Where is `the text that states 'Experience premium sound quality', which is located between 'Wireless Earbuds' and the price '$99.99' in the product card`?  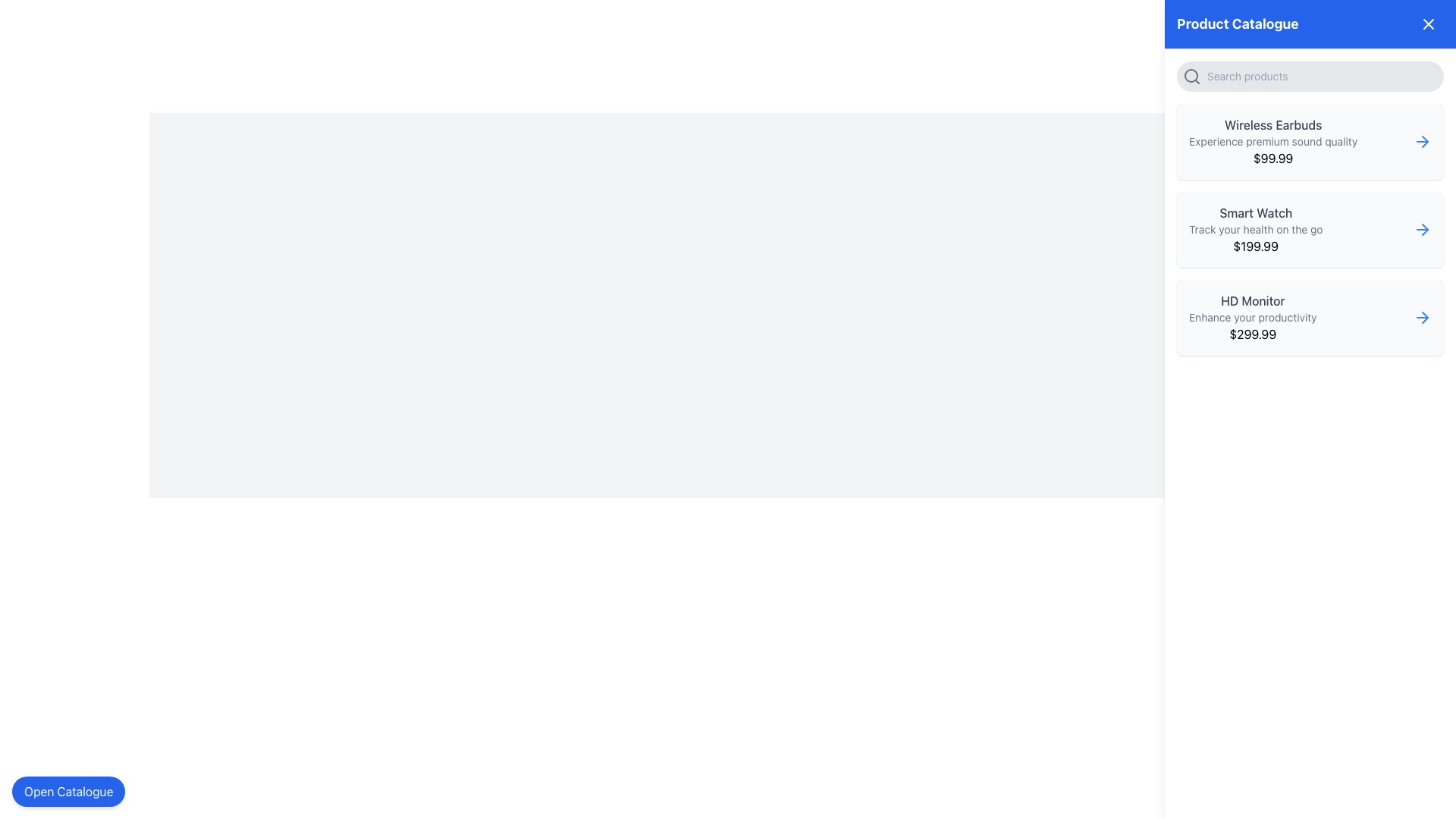 the text that states 'Experience premium sound quality', which is located between 'Wireless Earbuds' and the price '$99.99' in the product card is located at coordinates (1273, 141).